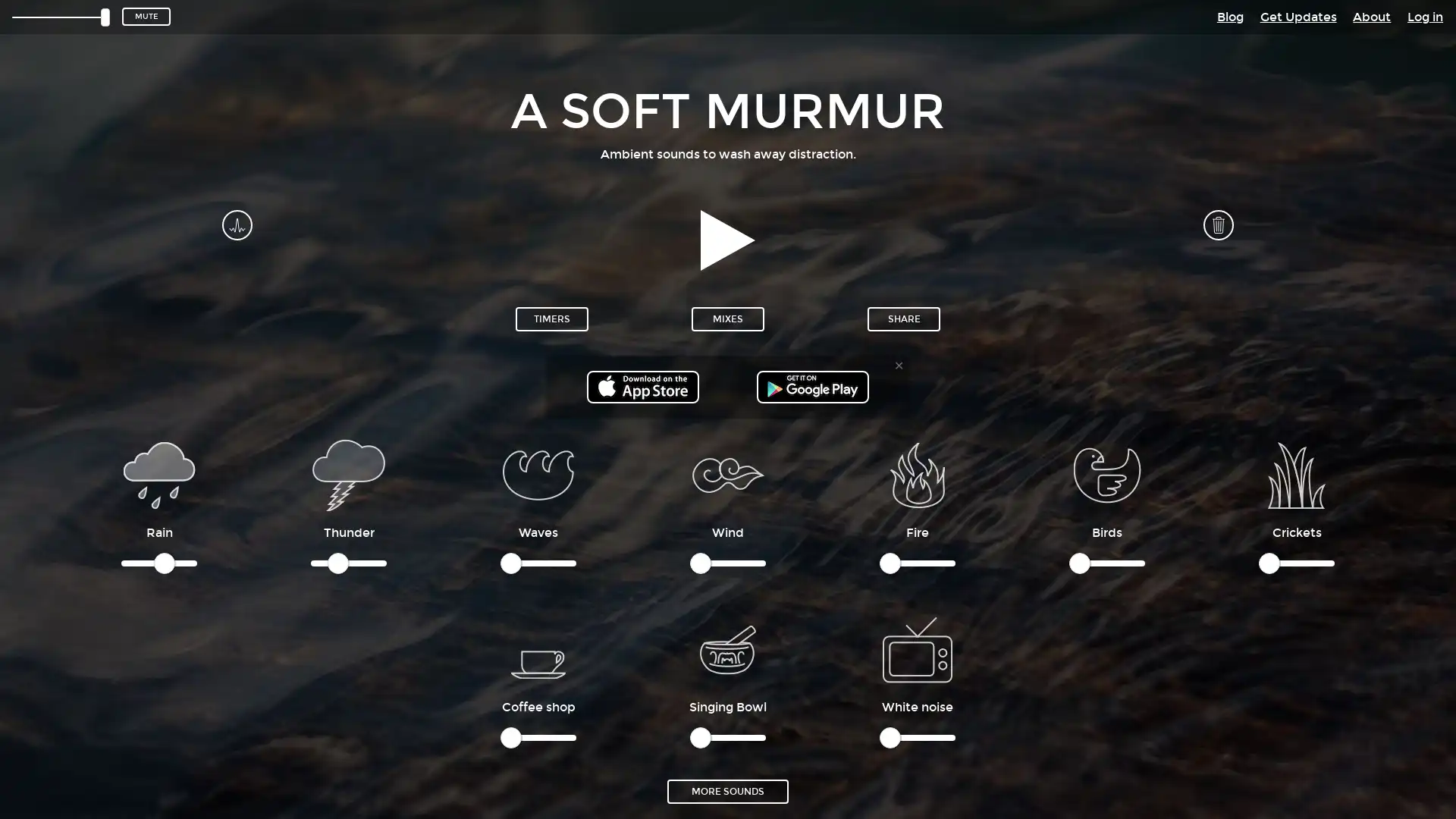 The height and width of the screenshot is (819, 1456). What do you see at coordinates (1106, 473) in the screenshot?
I see `Loading icon` at bounding box center [1106, 473].